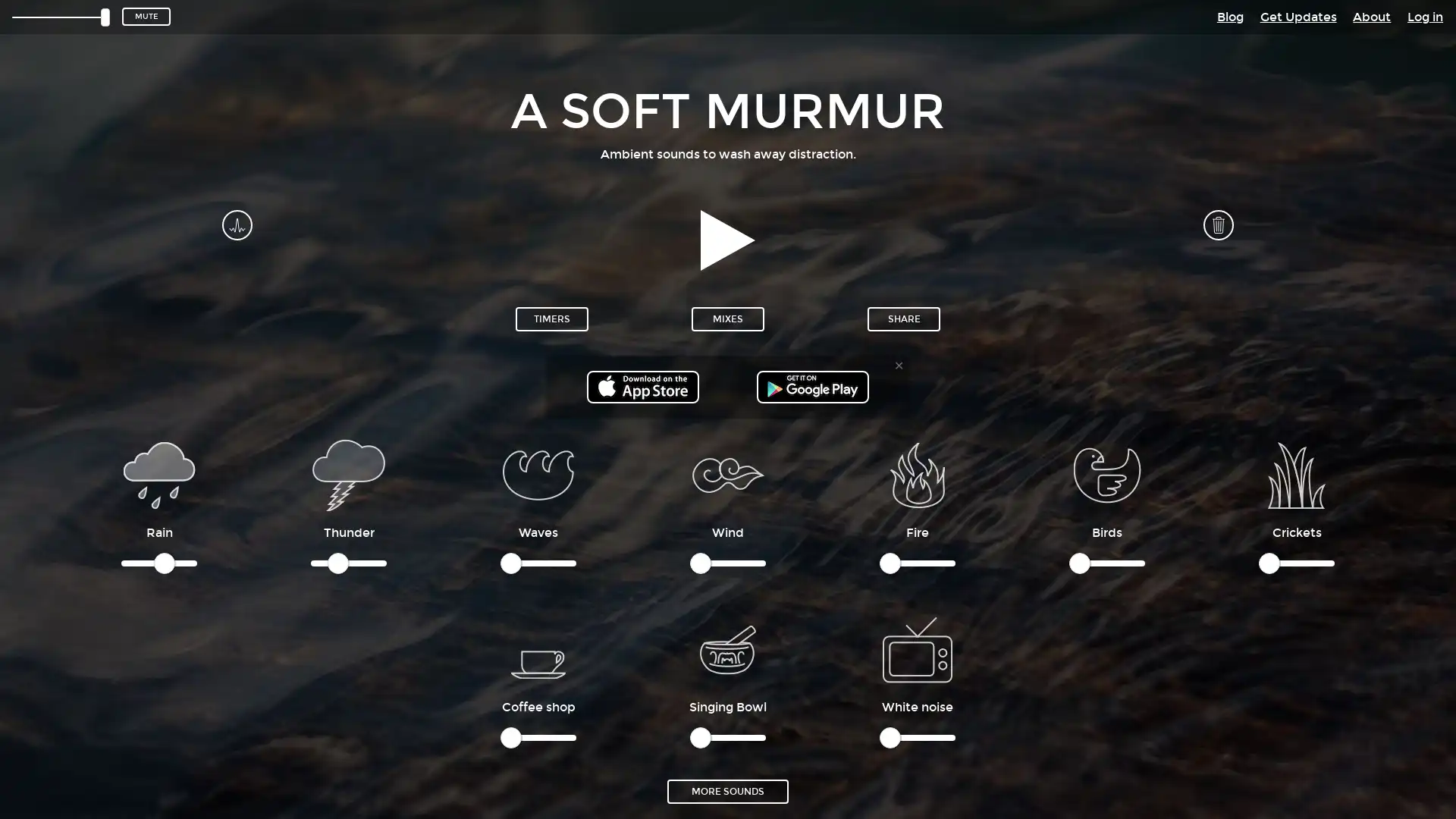 The height and width of the screenshot is (819, 1456). What do you see at coordinates (1106, 473) in the screenshot?
I see `Loading icon` at bounding box center [1106, 473].